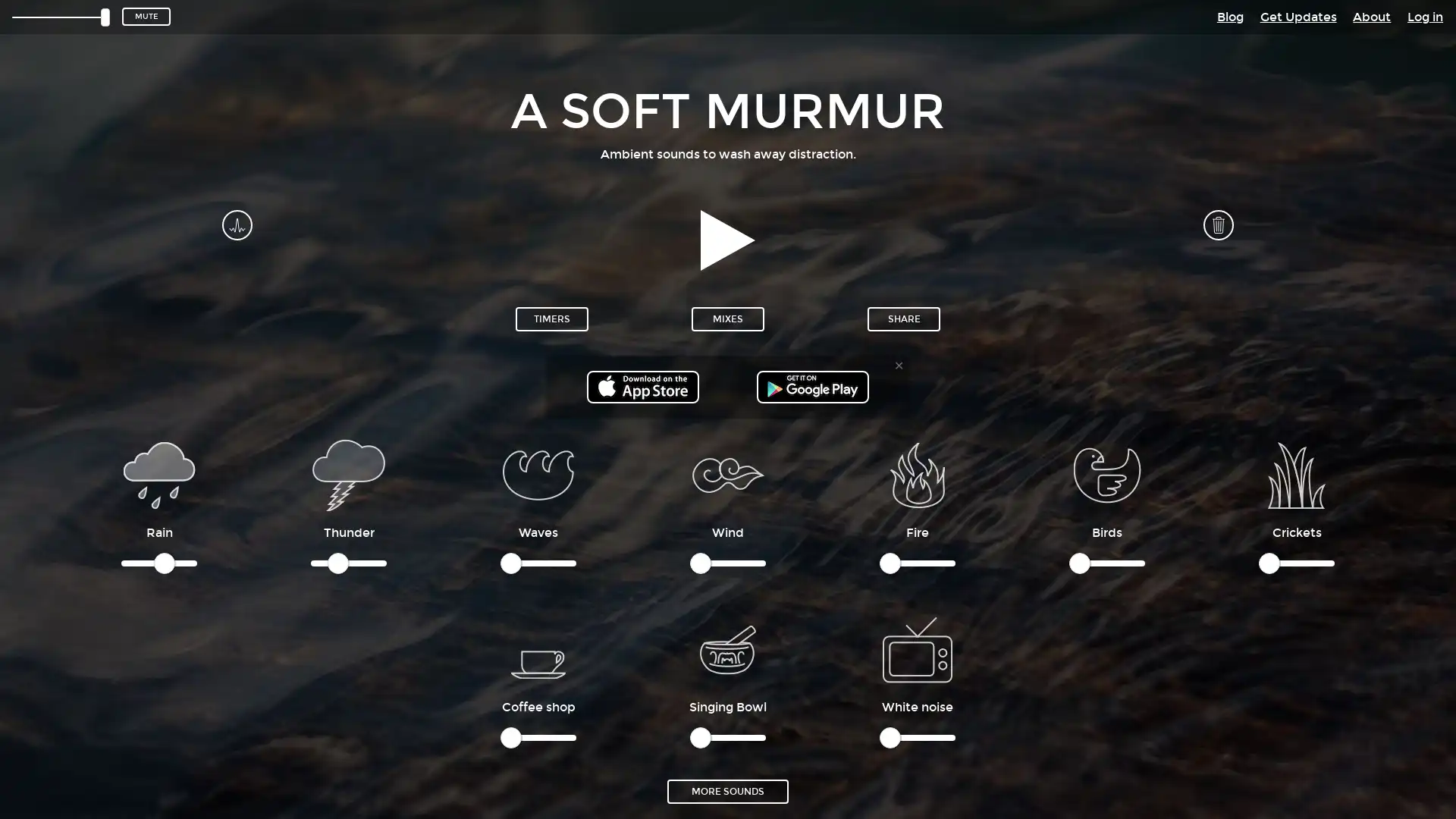 The height and width of the screenshot is (819, 1456). What do you see at coordinates (1106, 473) in the screenshot?
I see `Loading icon` at bounding box center [1106, 473].